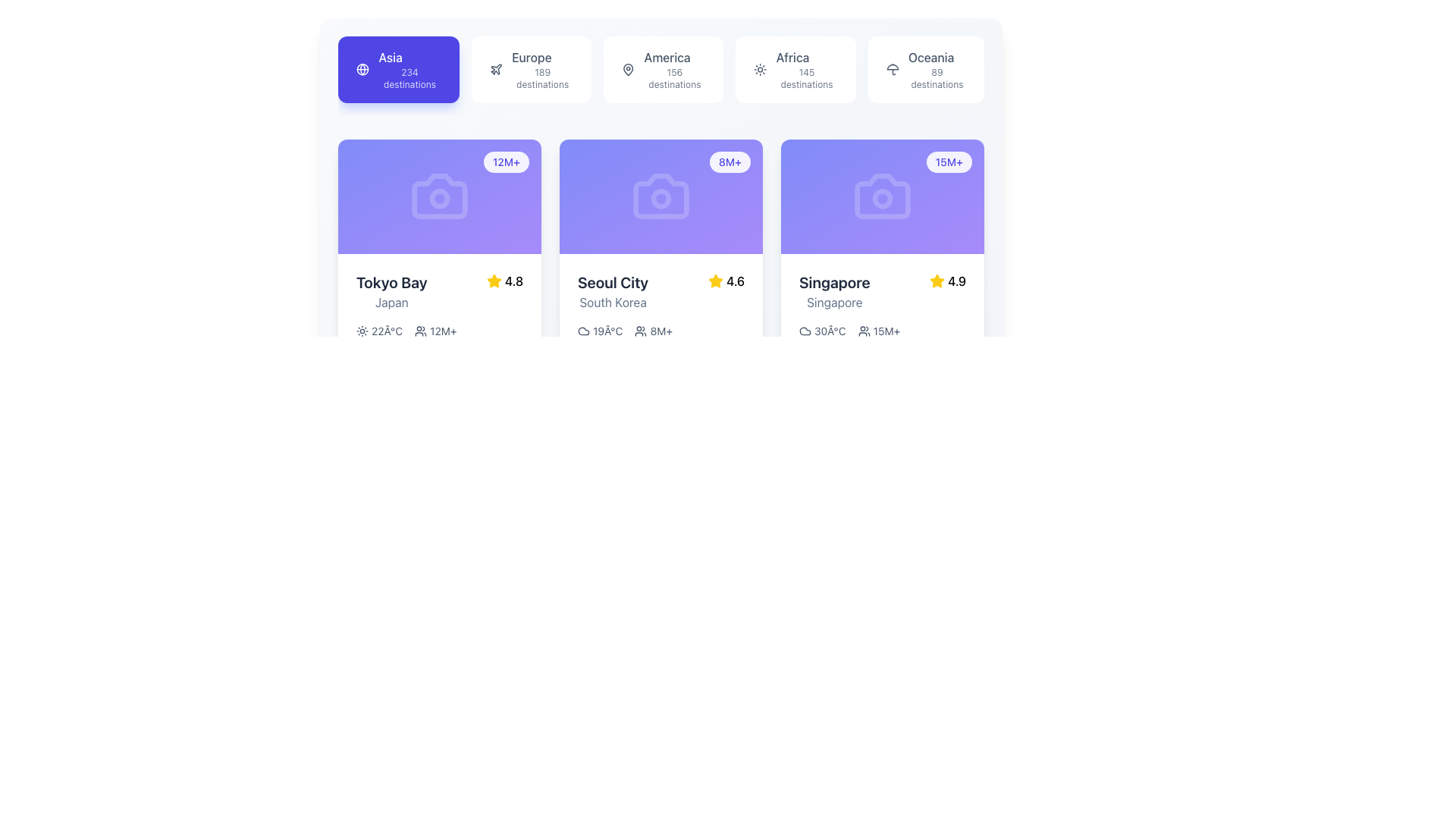  I want to click on the first interactive card for browsing destinations in Asia, so click(398, 70).